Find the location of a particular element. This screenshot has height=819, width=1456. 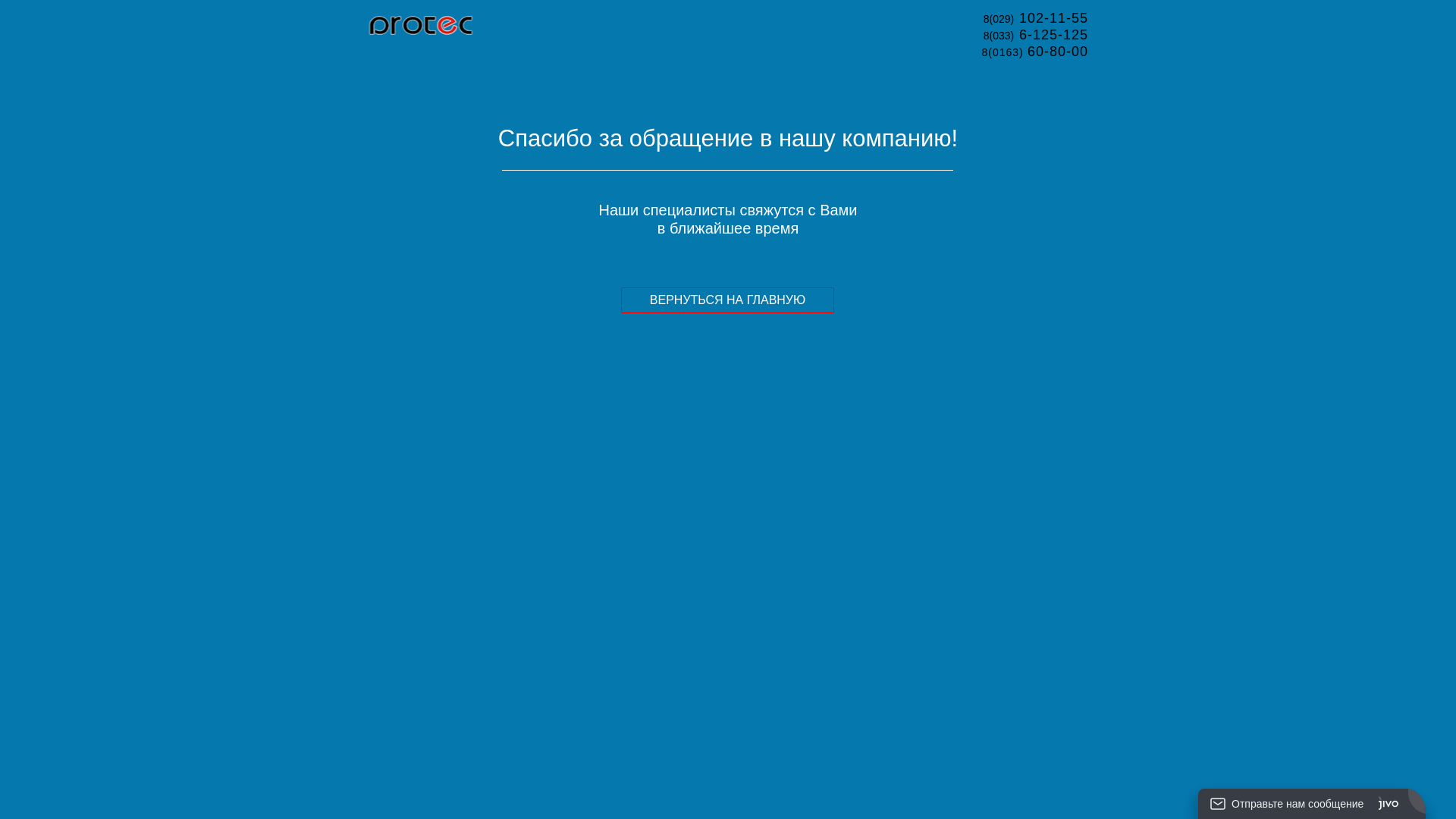

'8(029)  102-11-55' is located at coordinates (983, 18).